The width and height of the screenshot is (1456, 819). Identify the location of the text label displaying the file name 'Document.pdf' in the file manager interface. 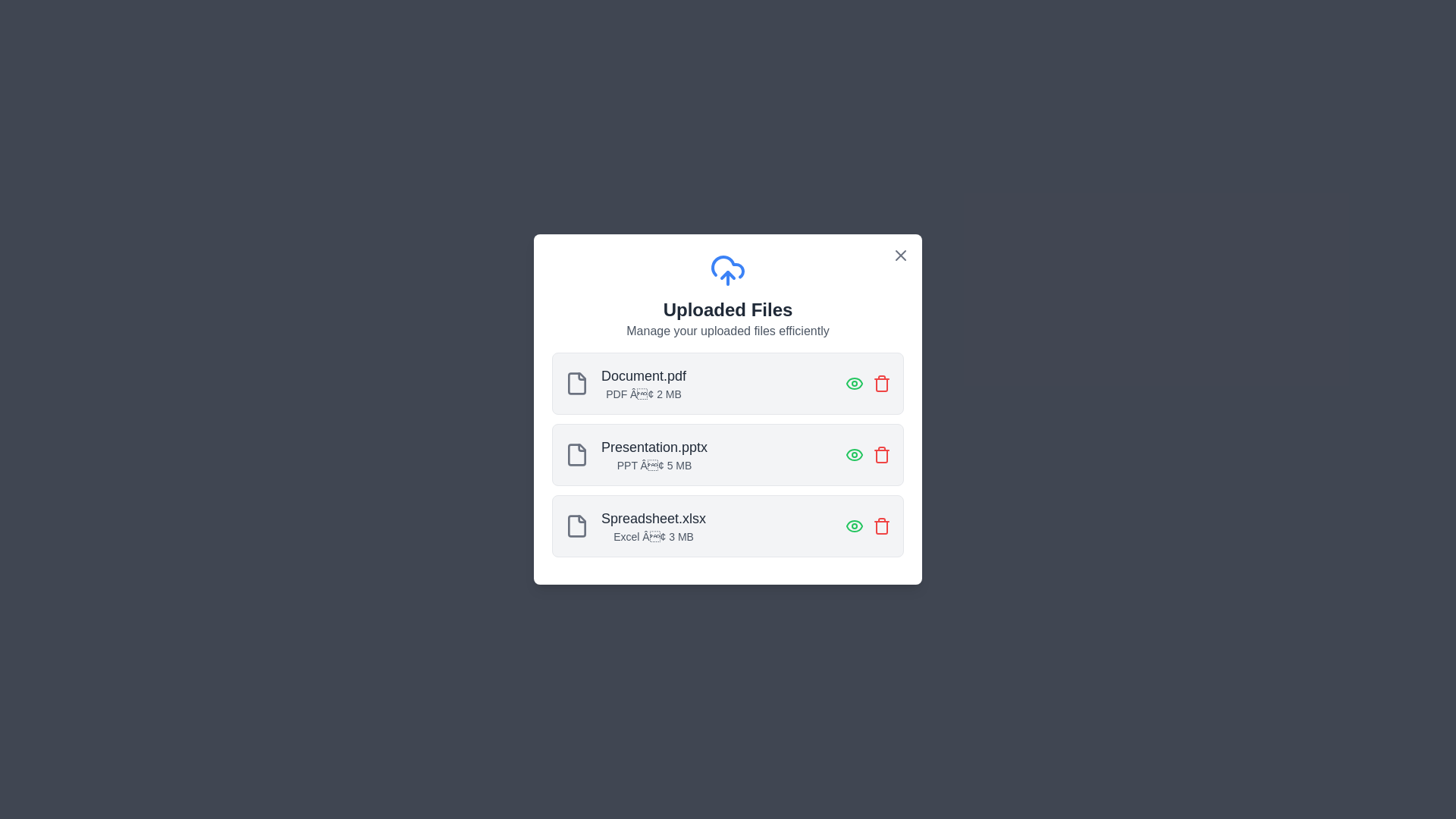
(644, 375).